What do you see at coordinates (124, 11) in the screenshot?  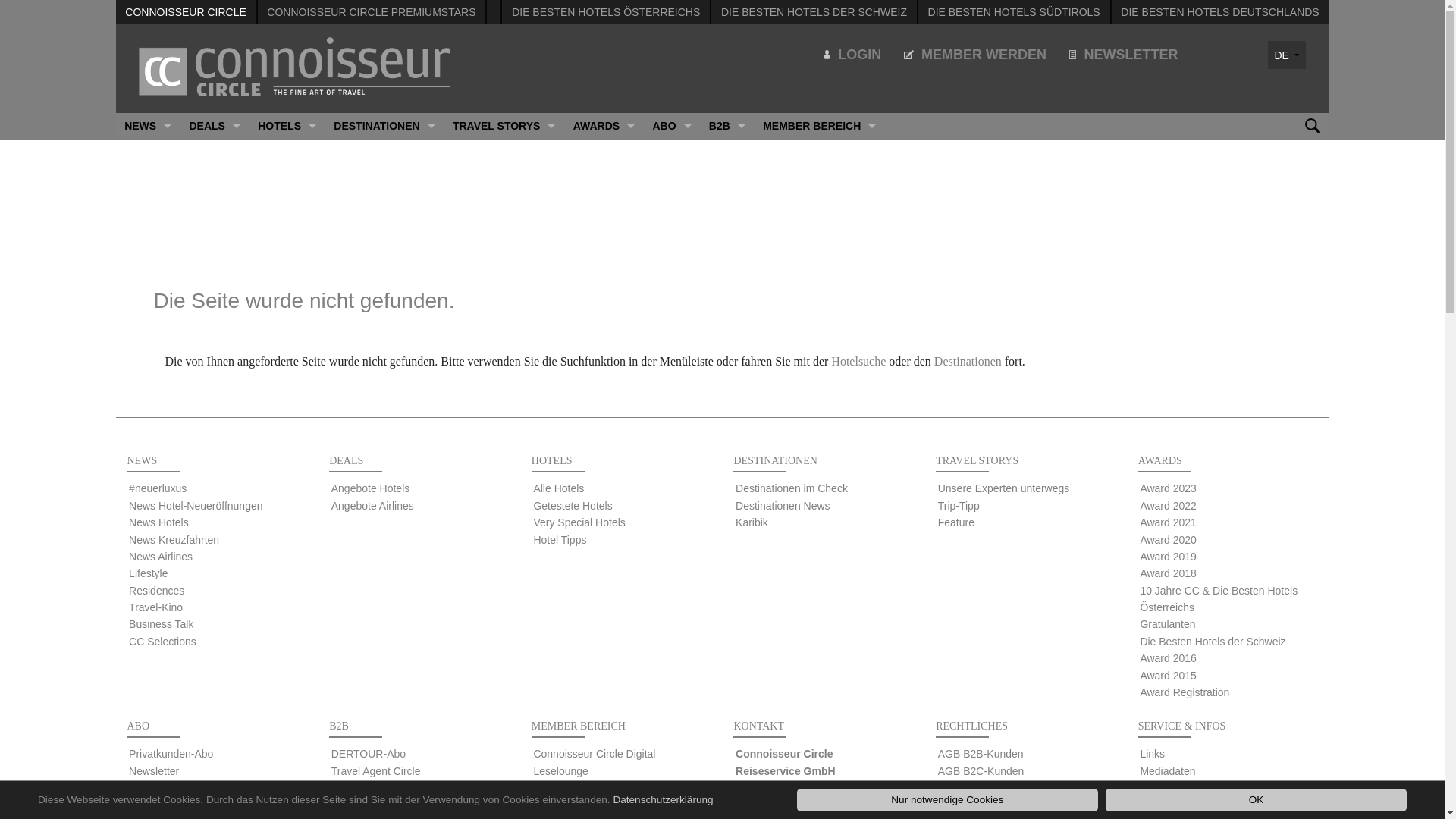 I see `'CONNOISSEUR CIRCLE'` at bounding box center [124, 11].